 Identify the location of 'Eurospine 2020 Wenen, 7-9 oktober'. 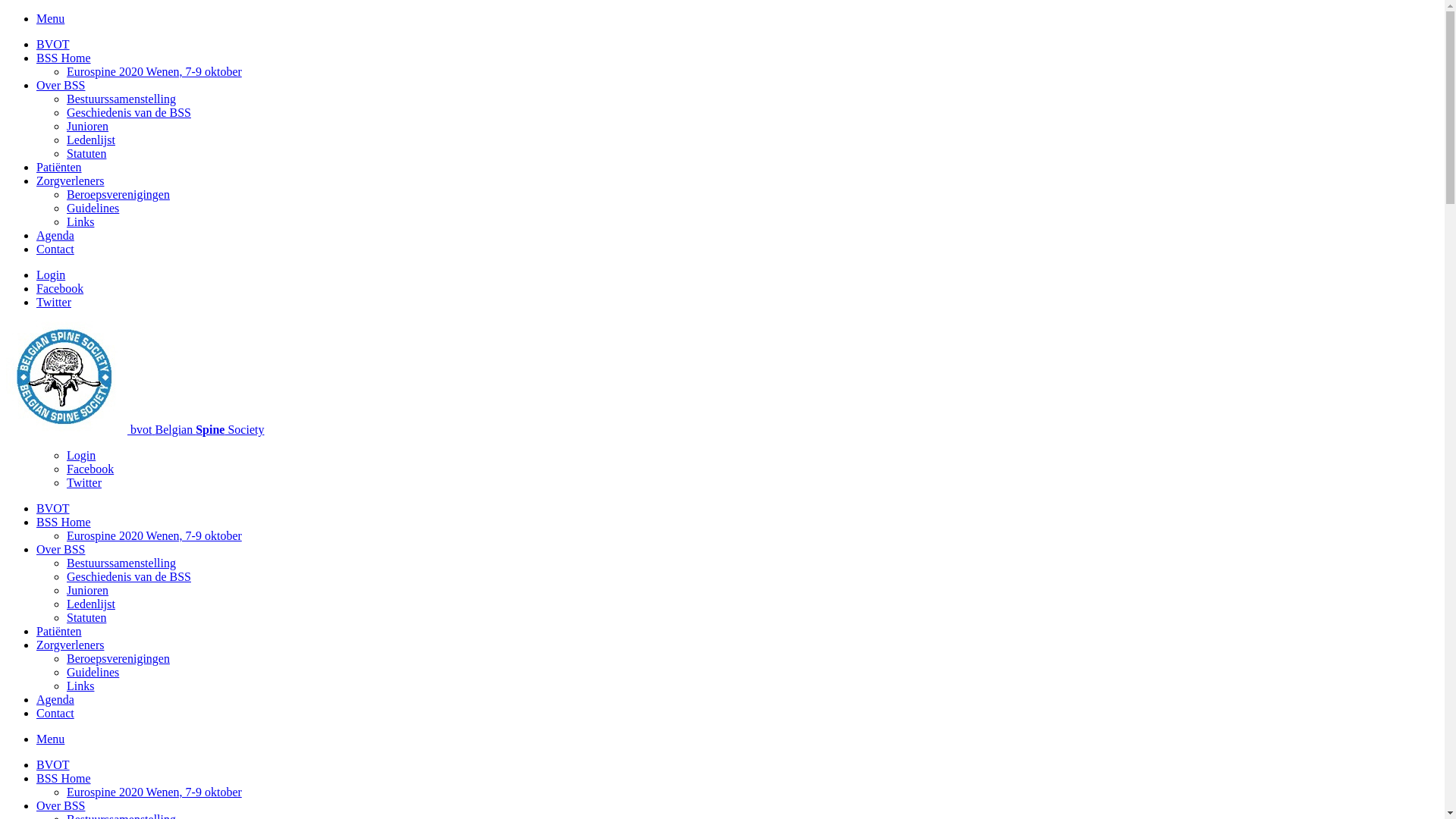
(154, 71).